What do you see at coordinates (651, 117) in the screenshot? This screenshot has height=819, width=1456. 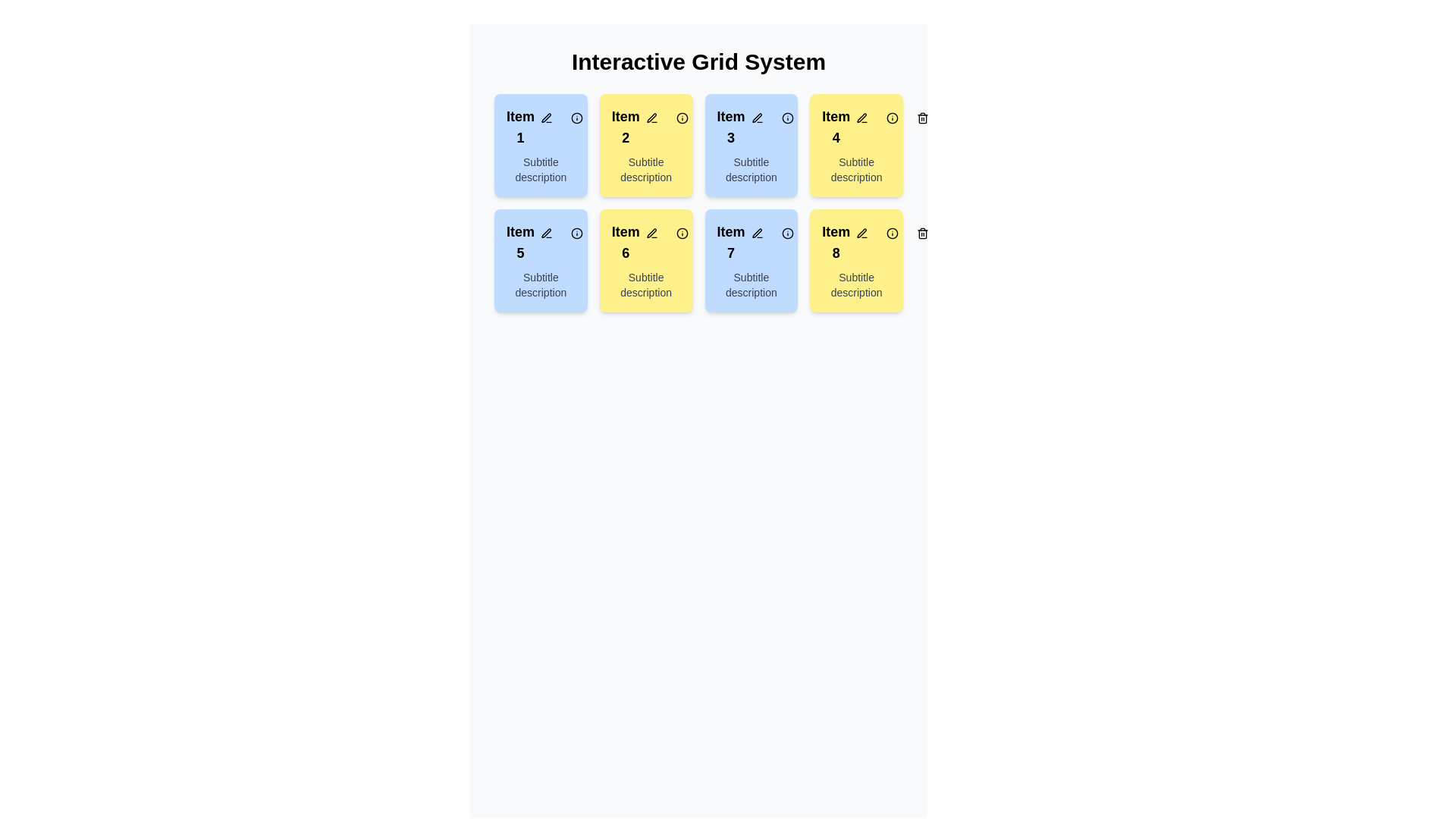 I see `the circular icon button featuring a pen symbol located in the top-right corner of the card labeled 'Item 2'` at bounding box center [651, 117].